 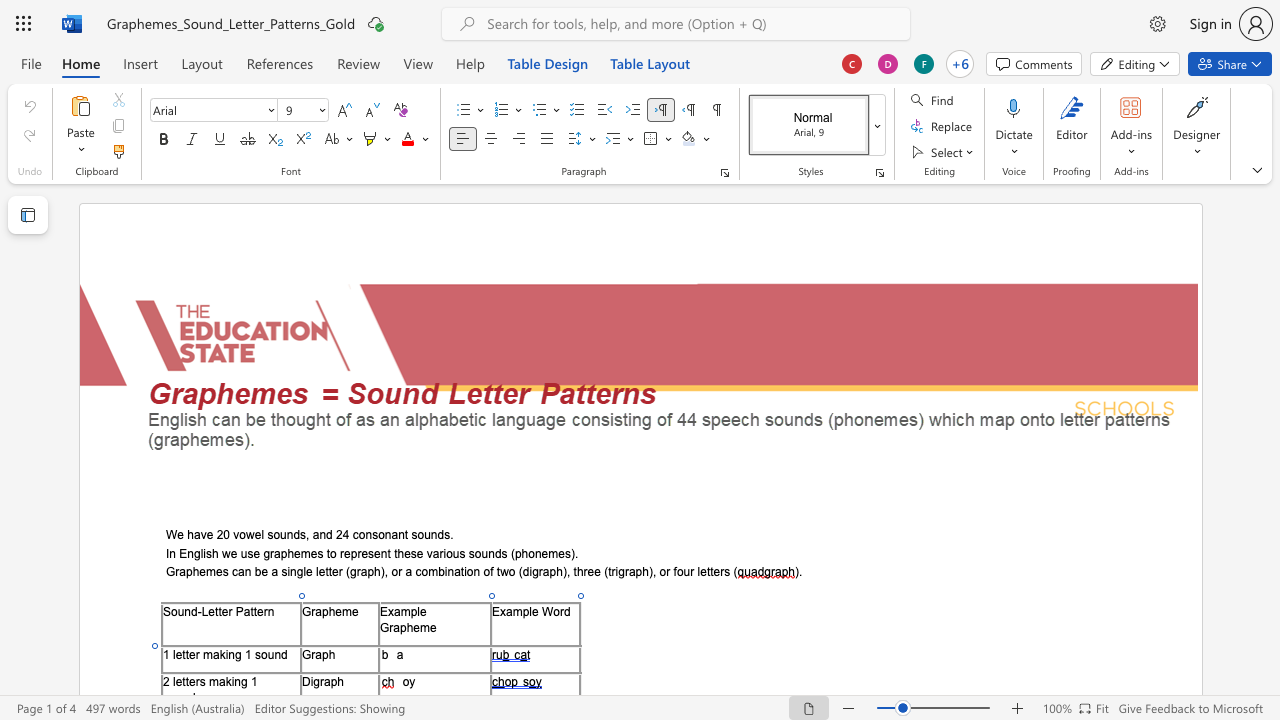 What do you see at coordinates (328, 654) in the screenshot?
I see `the space between the continuous character "p" and "h" in the text` at bounding box center [328, 654].